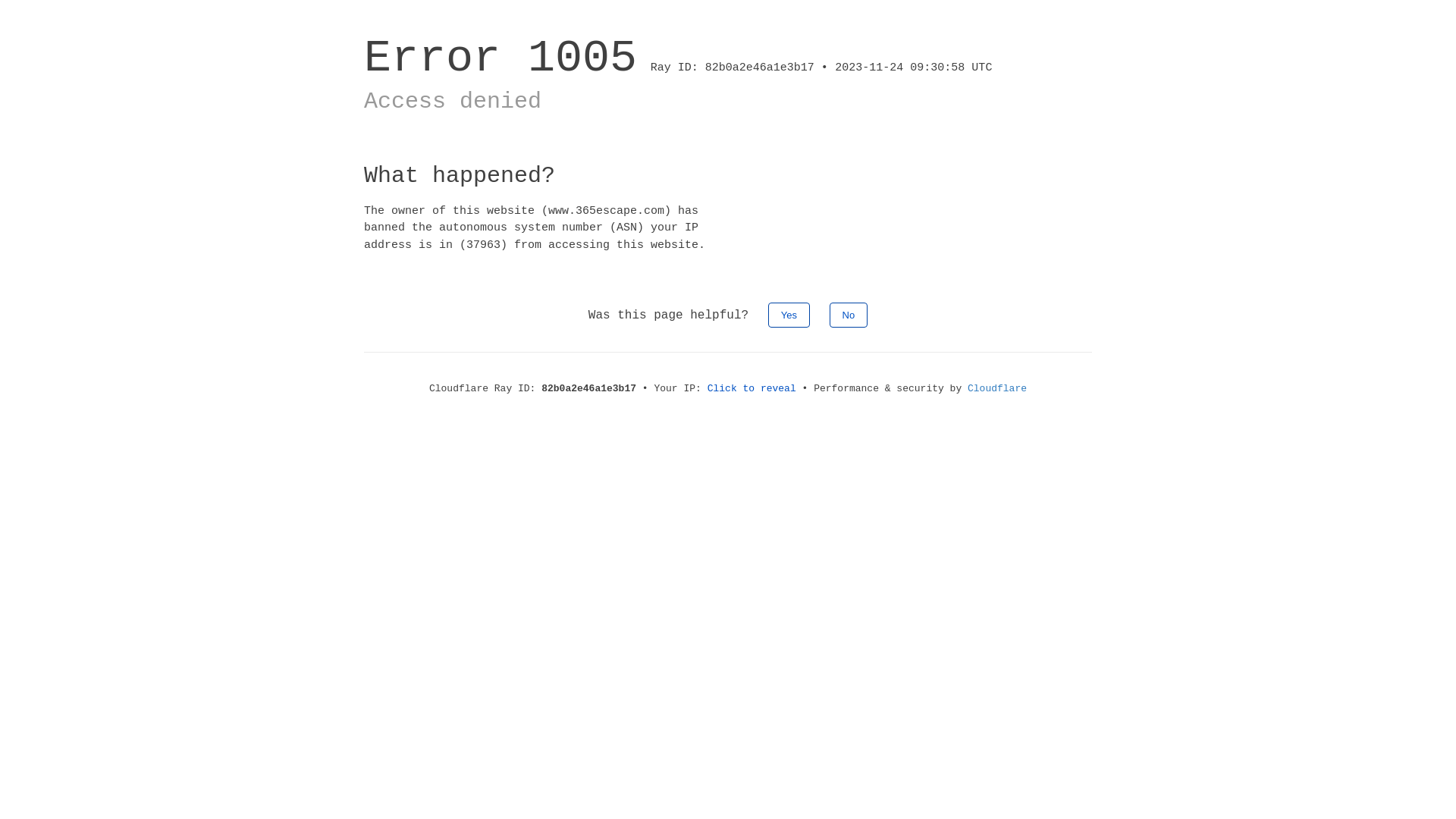 This screenshot has width=1456, height=819. Describe the element at coordinates (848, 314) in the screenshot. I see `'No'` at that location.